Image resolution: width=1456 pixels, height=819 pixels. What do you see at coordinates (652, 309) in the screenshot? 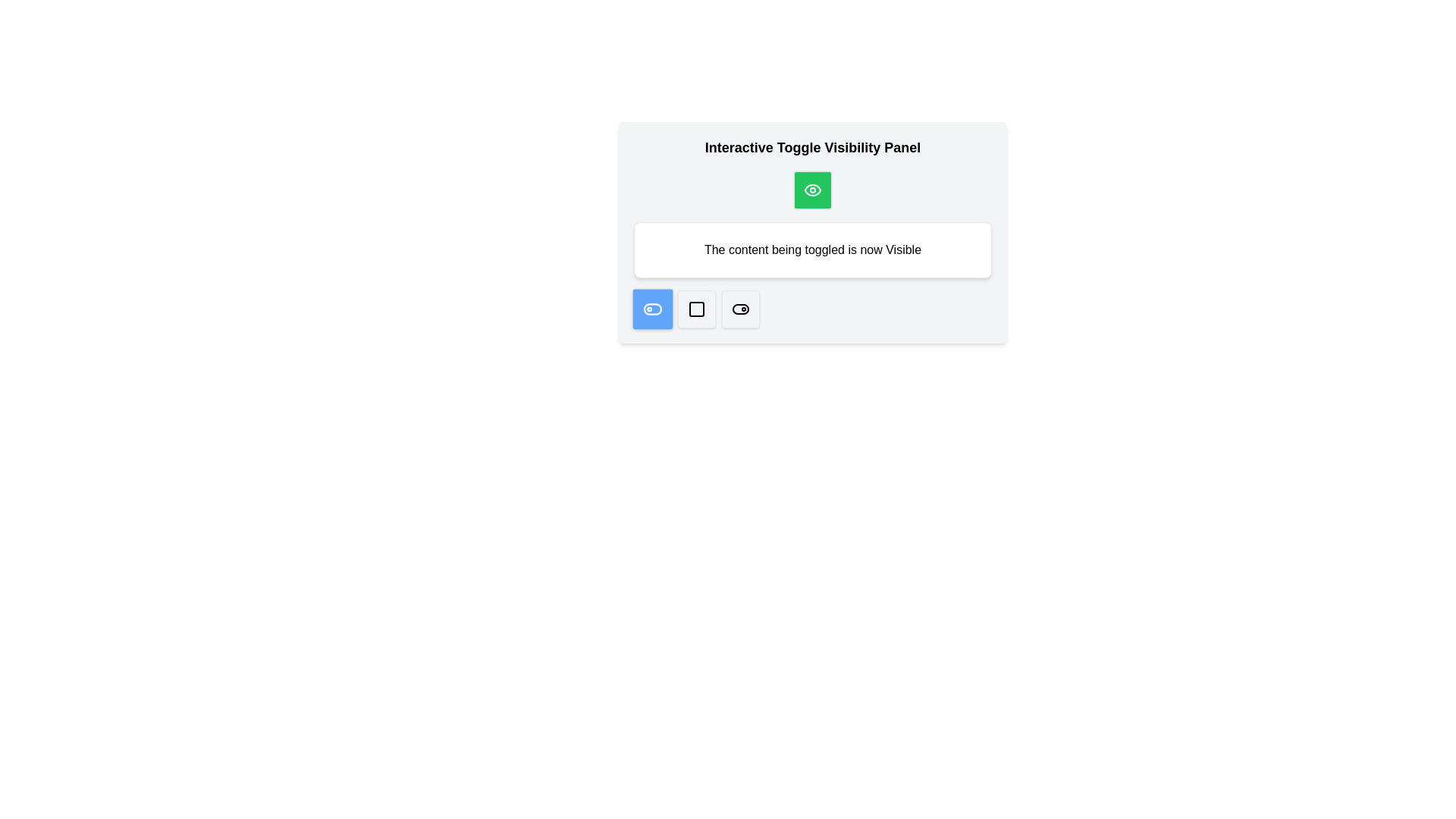
I see `the blue toggle switch background element, which is the leftmost in a row of controls below a text panel` at bounding box center [652, 309].